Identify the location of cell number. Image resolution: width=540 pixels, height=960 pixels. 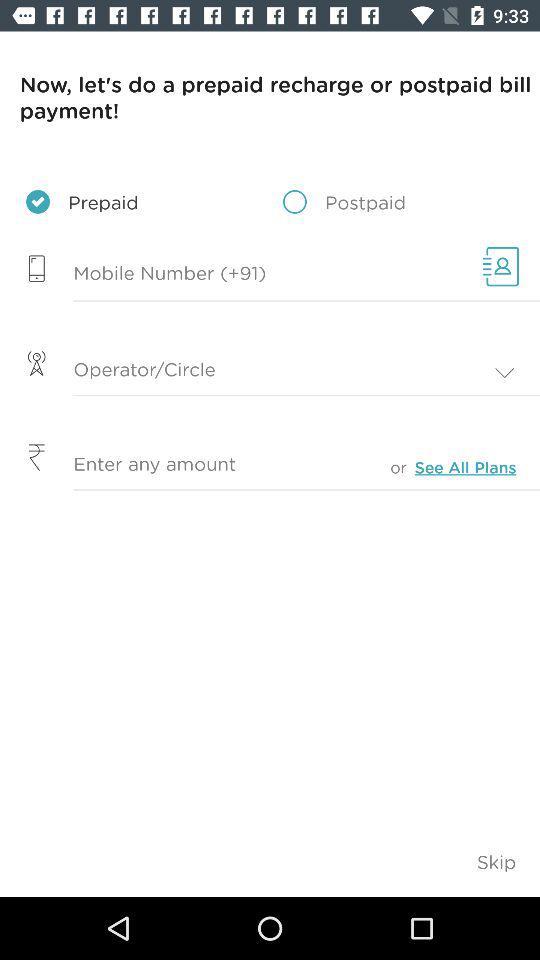
(235, 273).